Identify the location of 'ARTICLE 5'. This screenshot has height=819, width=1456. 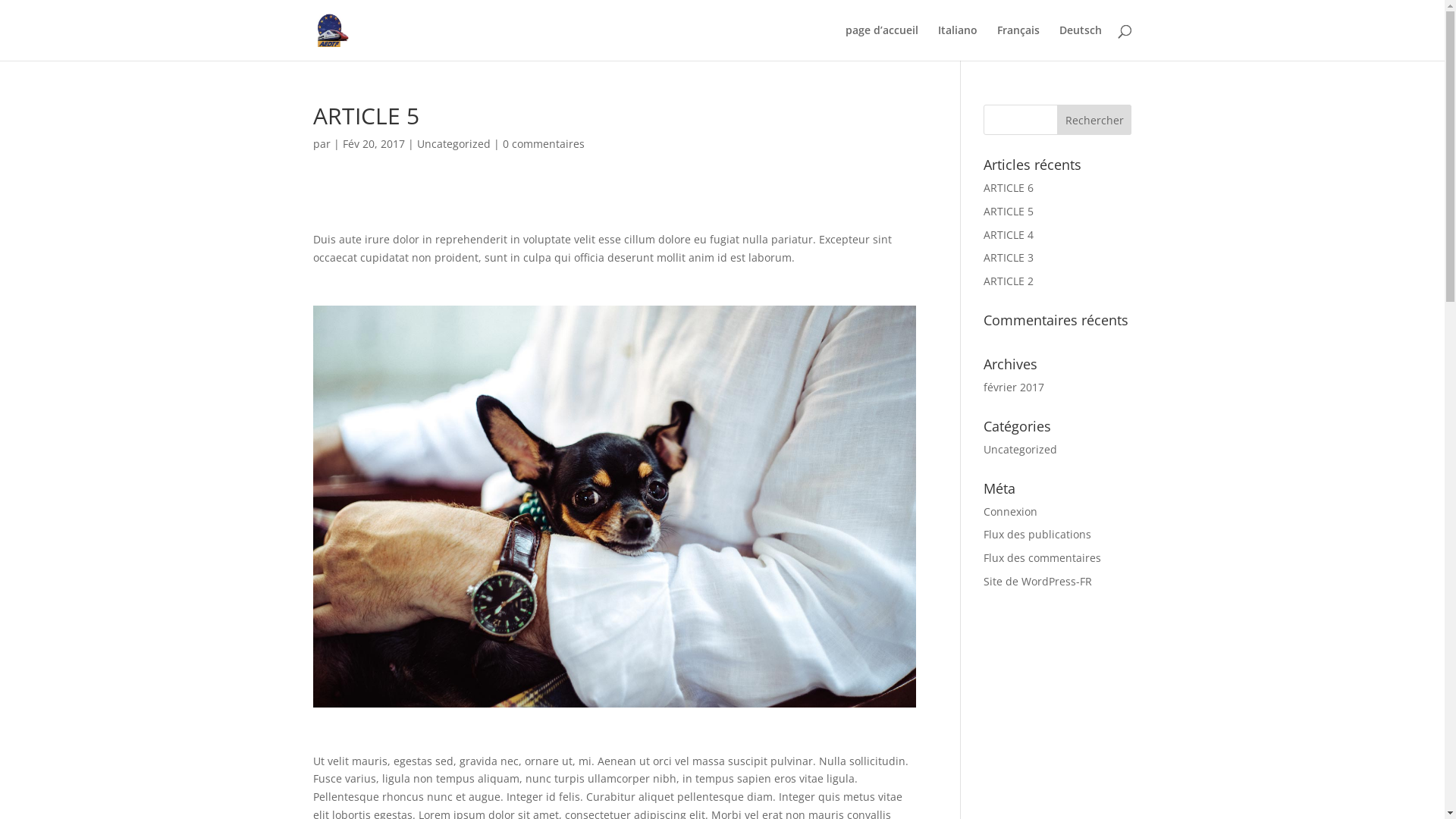
(1008, 211).